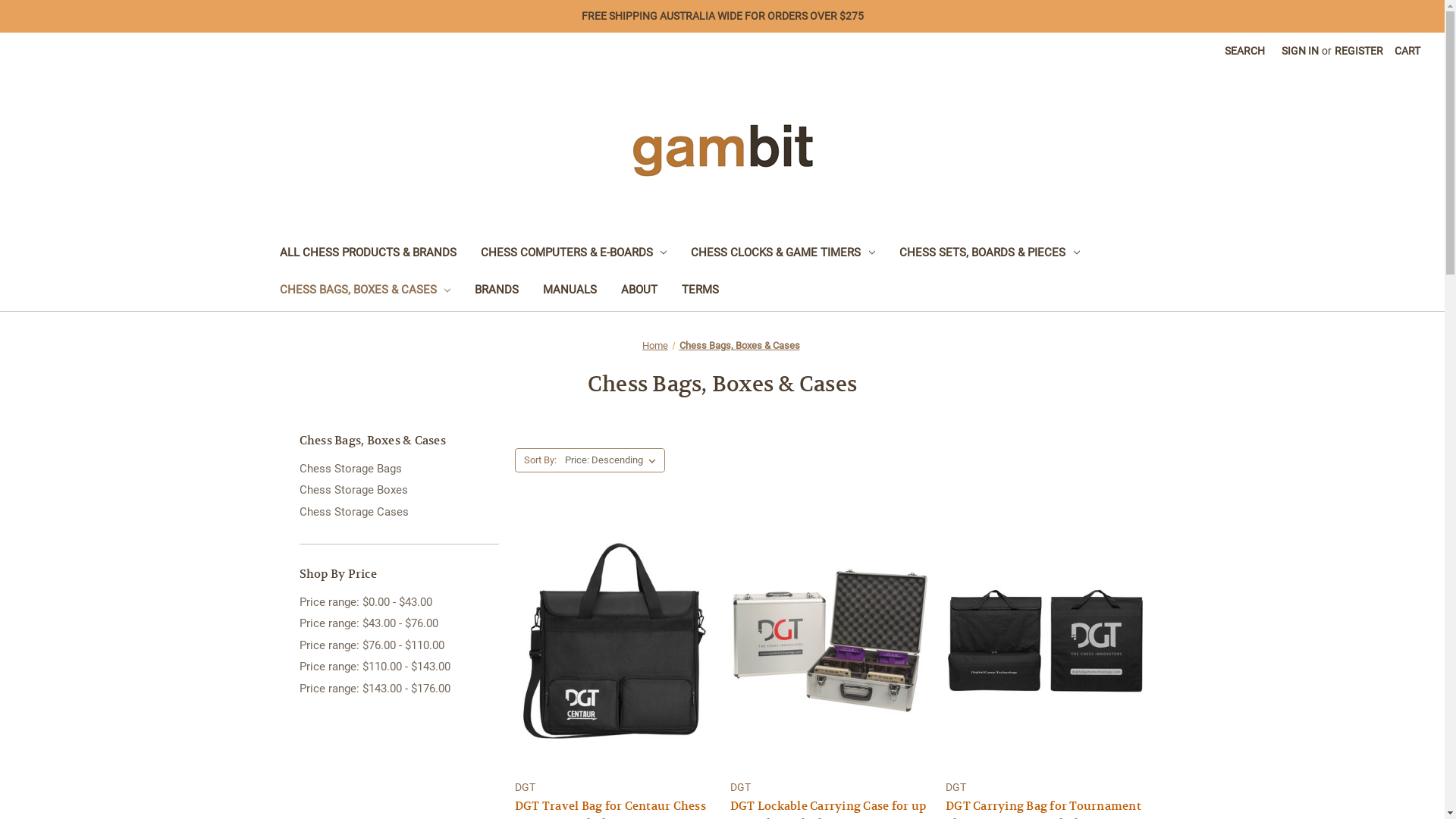 The image size is (1456, 819). What do you see at coordinates (398, 645) in the screenshot?
I see `'Price range: $76.00 - $110.00'` at bounding box center [398, 645].